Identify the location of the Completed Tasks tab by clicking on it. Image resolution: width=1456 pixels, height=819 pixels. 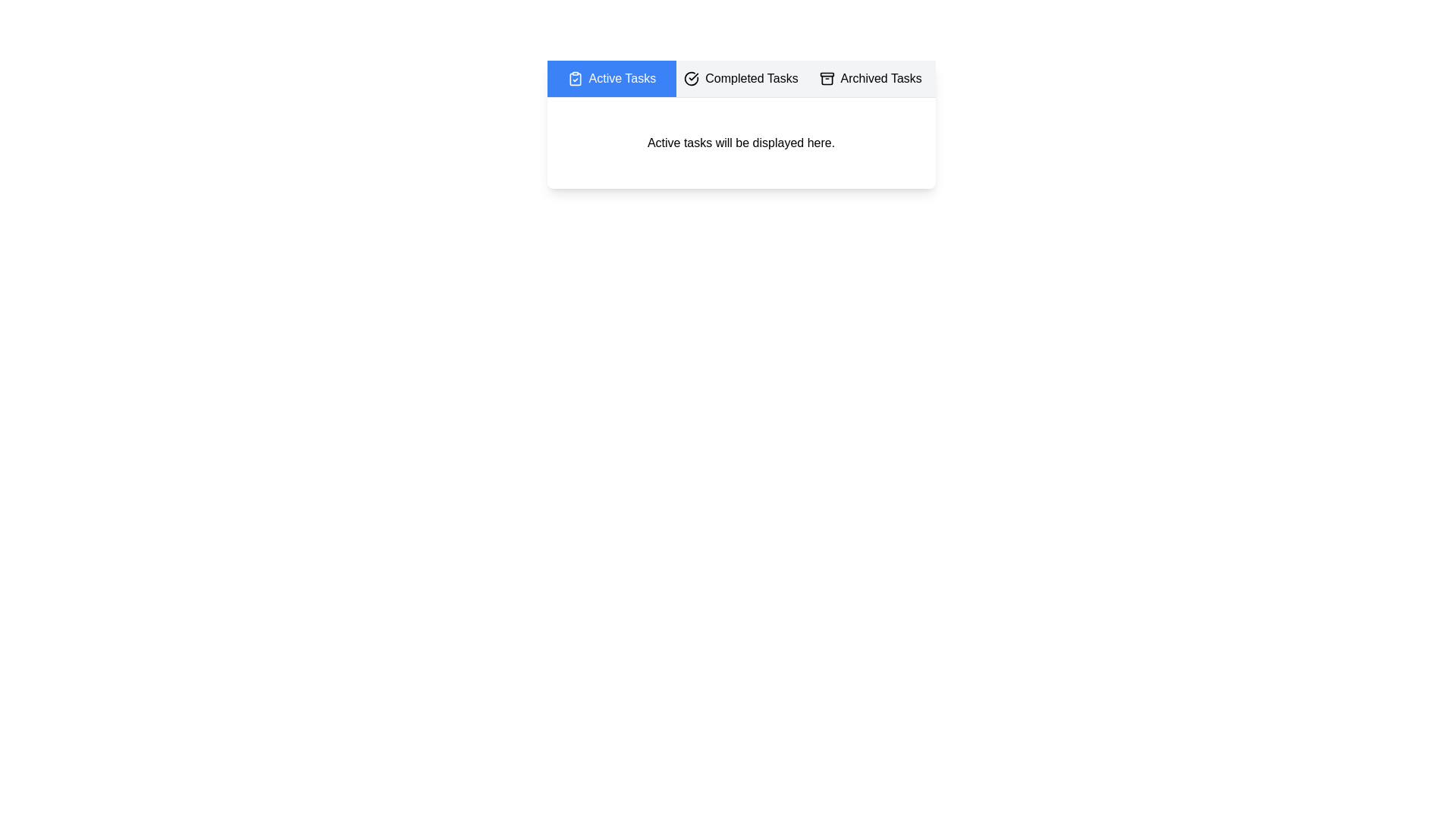
(741, 79).